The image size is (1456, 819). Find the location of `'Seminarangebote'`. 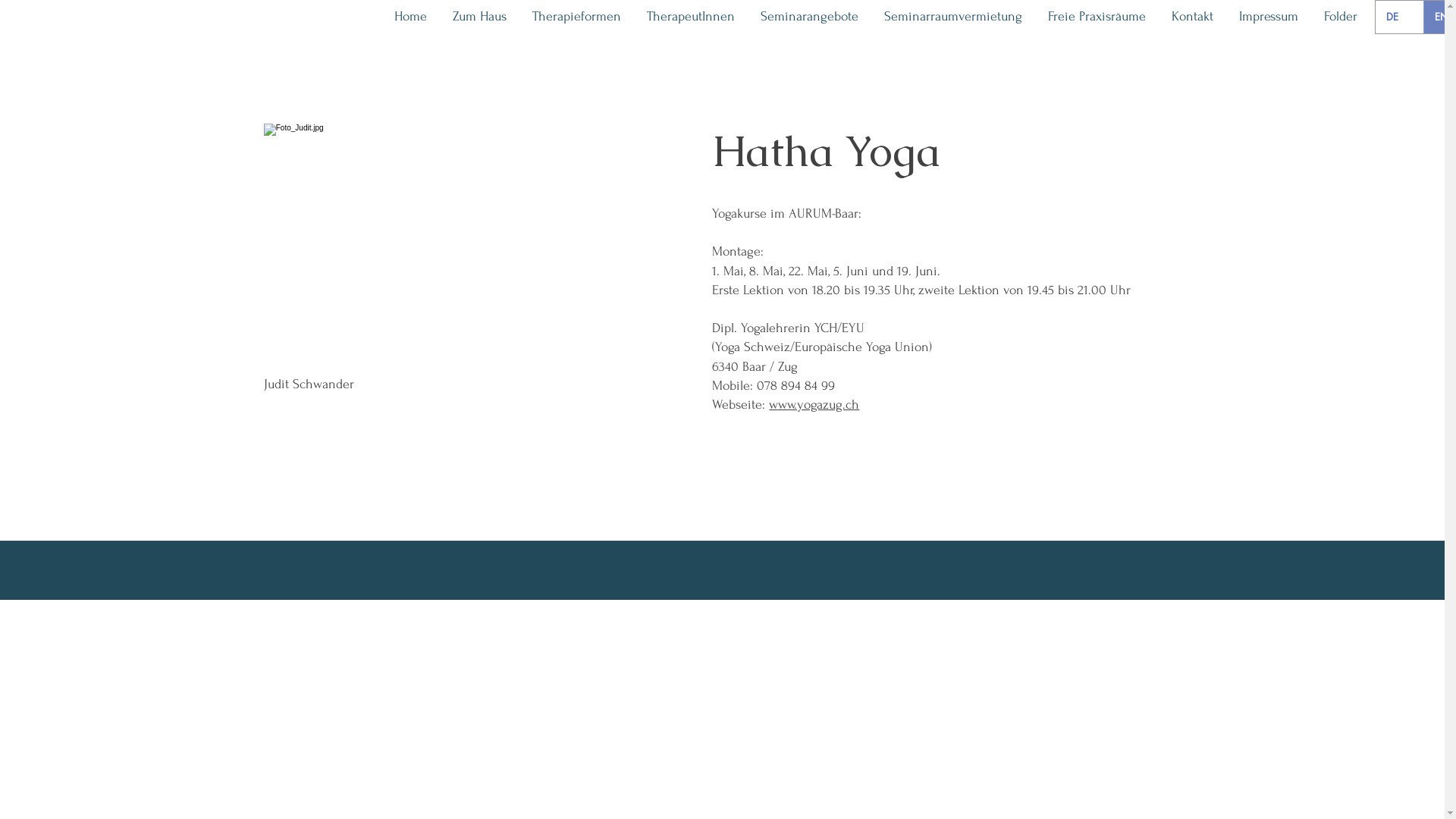

'Seminarangebote' is located at coordinates (808, 17).